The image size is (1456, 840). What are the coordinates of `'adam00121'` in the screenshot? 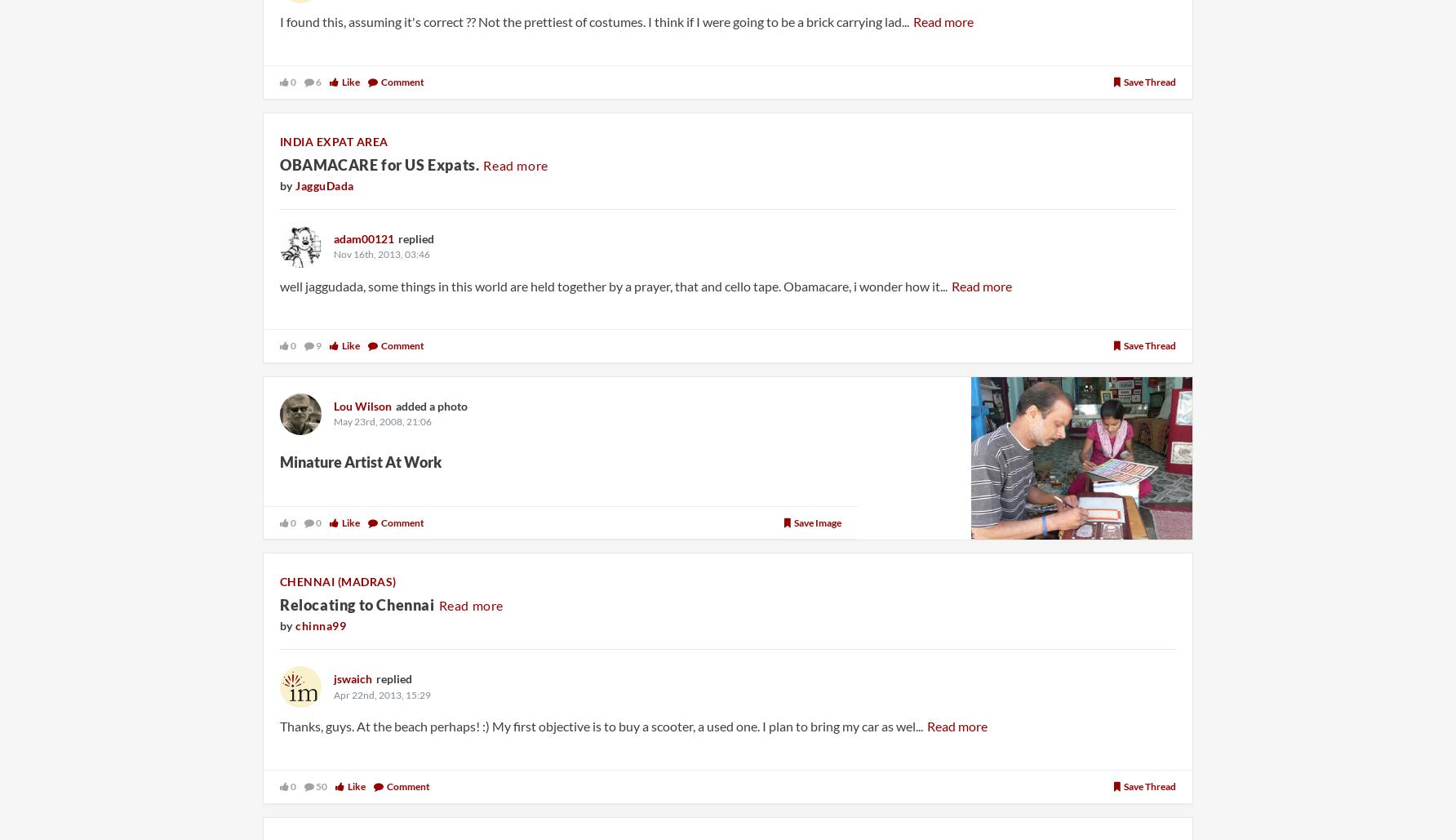 It's located at (364, 237).